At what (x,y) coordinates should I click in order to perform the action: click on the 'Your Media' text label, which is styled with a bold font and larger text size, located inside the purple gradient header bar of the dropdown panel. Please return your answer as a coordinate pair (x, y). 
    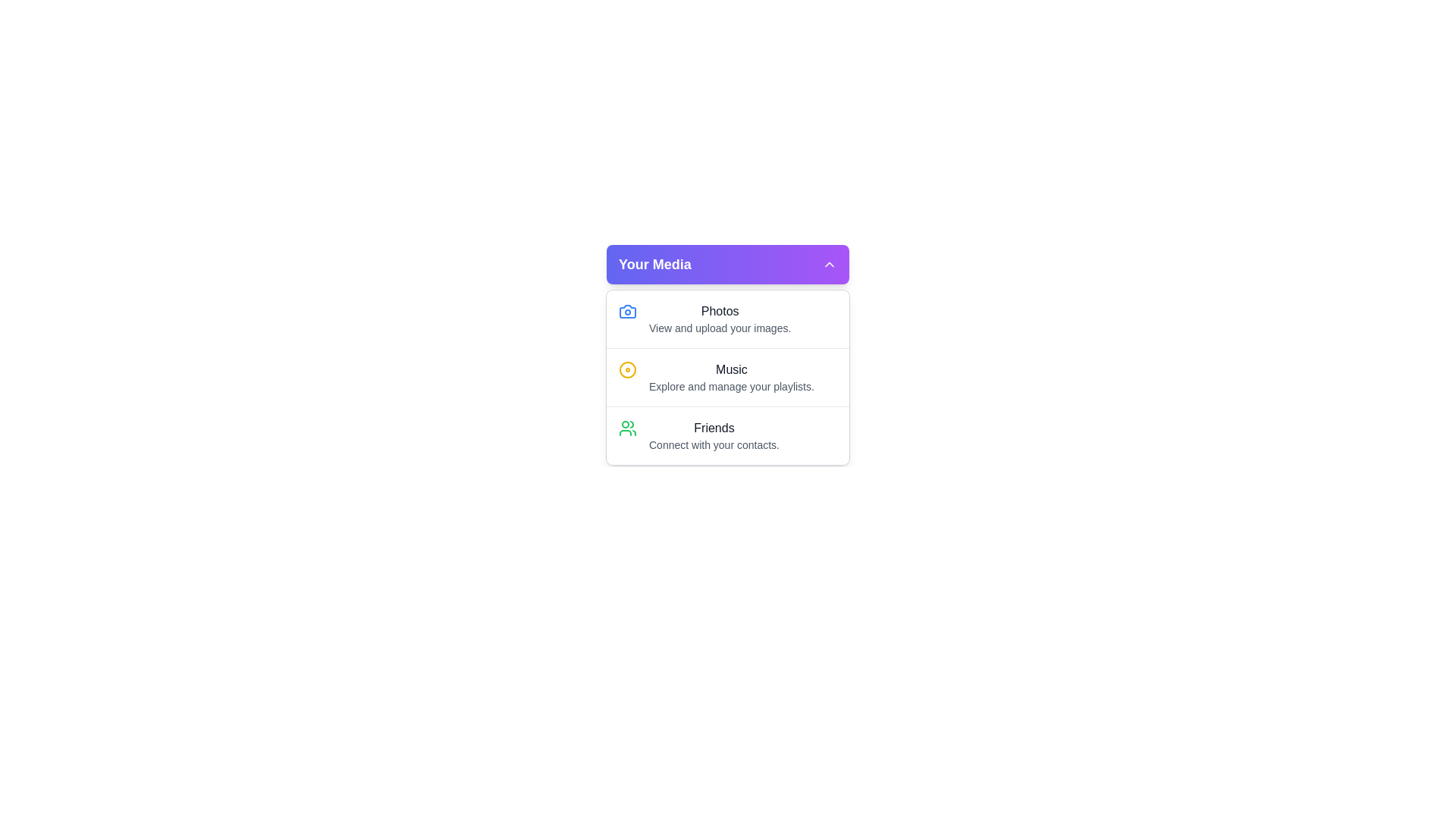
    Looking at the image, I should click on (654, 263).